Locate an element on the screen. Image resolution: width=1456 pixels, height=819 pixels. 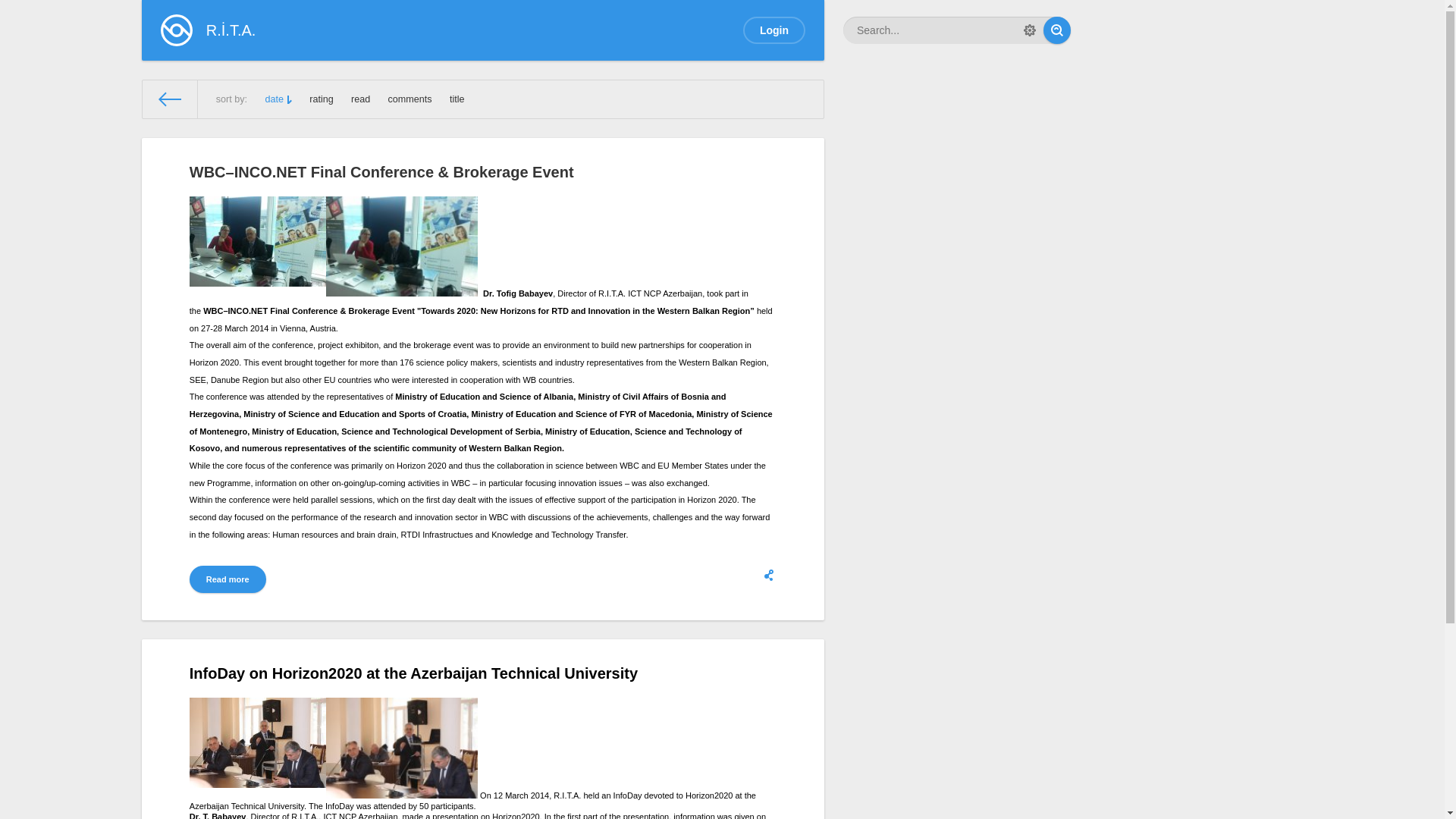
'title' is located at coordinates (457, 99).